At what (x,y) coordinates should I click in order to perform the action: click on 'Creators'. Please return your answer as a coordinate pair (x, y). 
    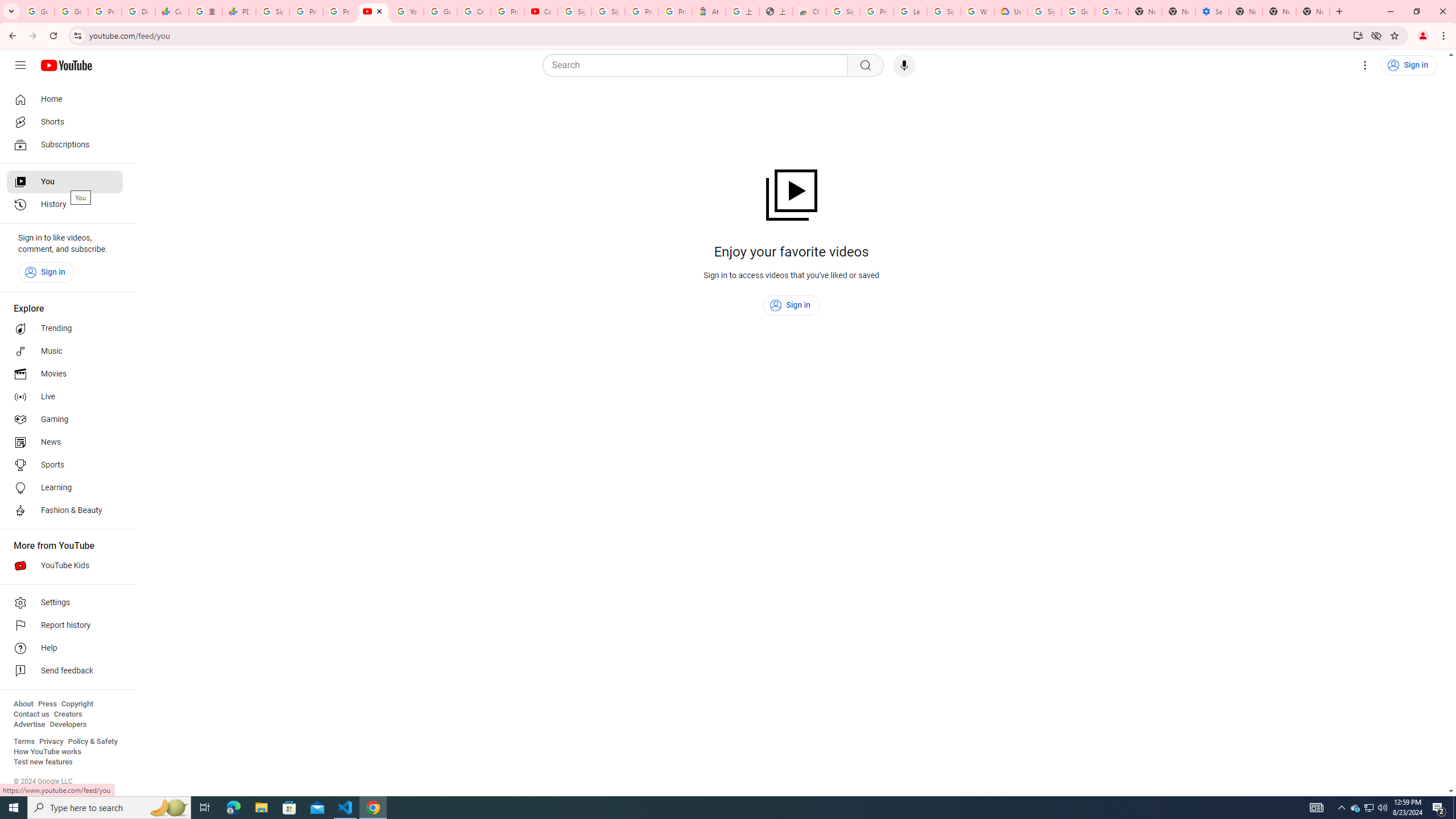
    Looking at the image, I should click on (68, 714).